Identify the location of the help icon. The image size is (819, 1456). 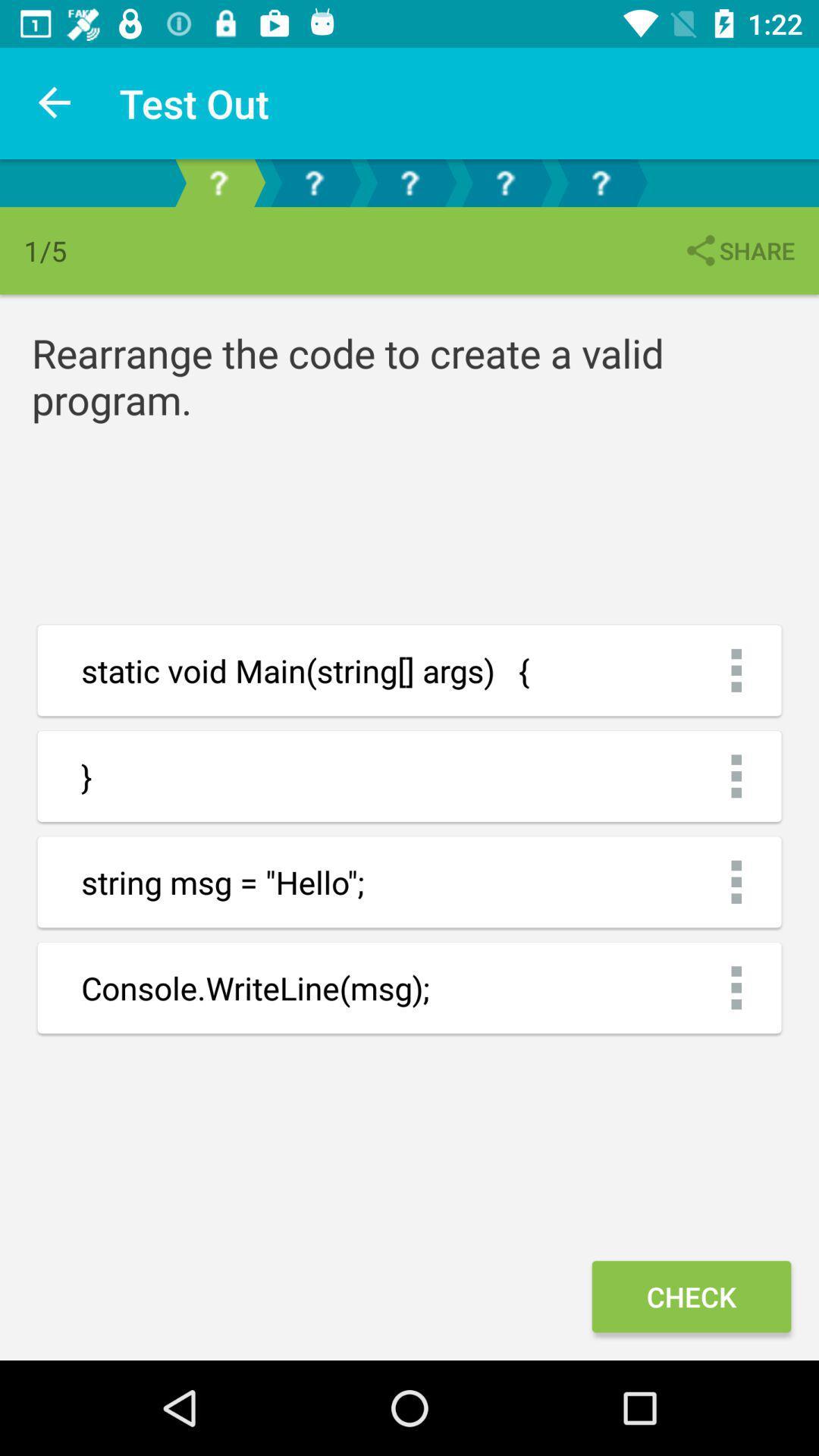
(312, 182).